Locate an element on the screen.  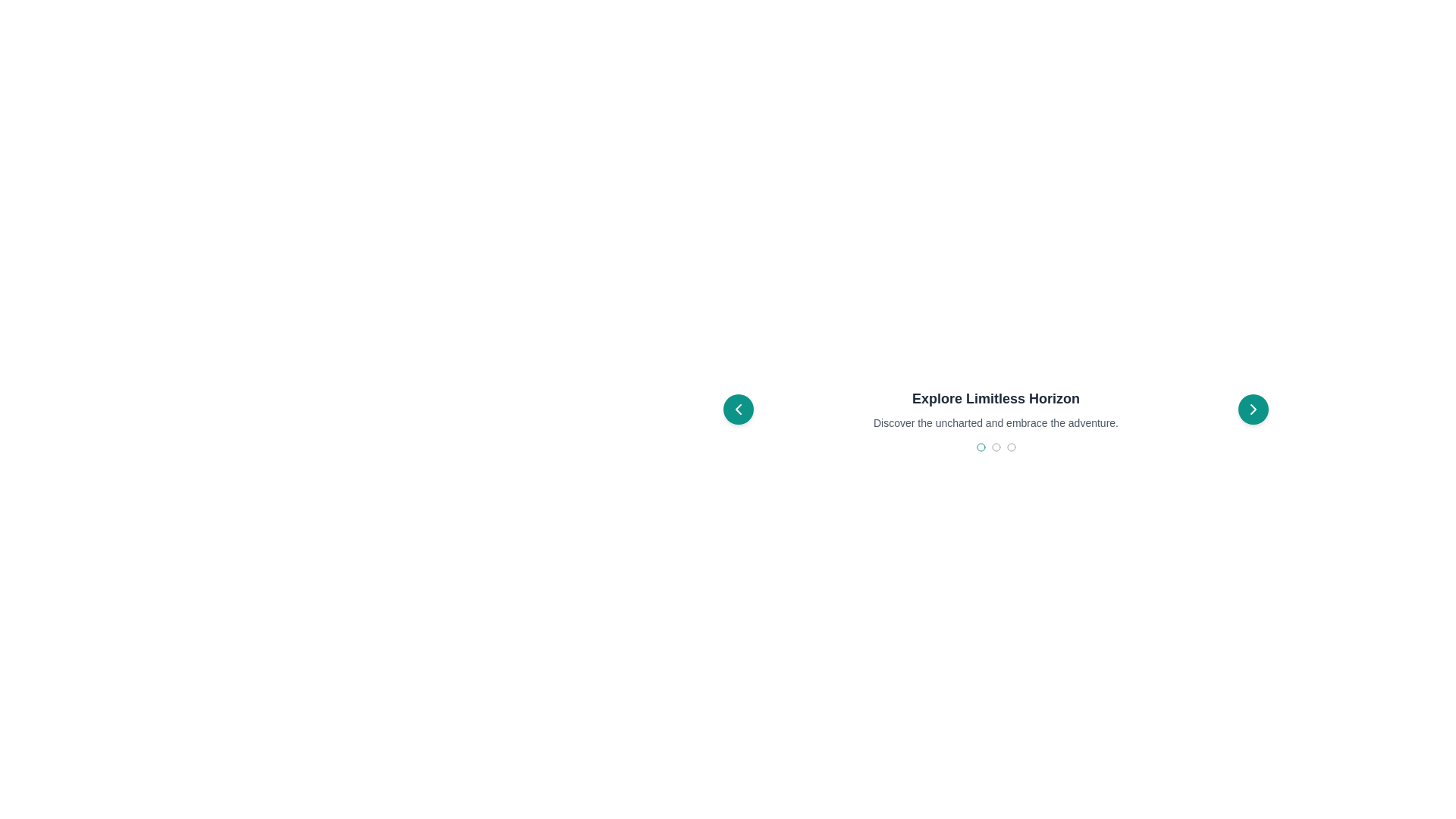
the third interactive navigation dot, a small gray circular icon is located at coordinates (1011, 447).